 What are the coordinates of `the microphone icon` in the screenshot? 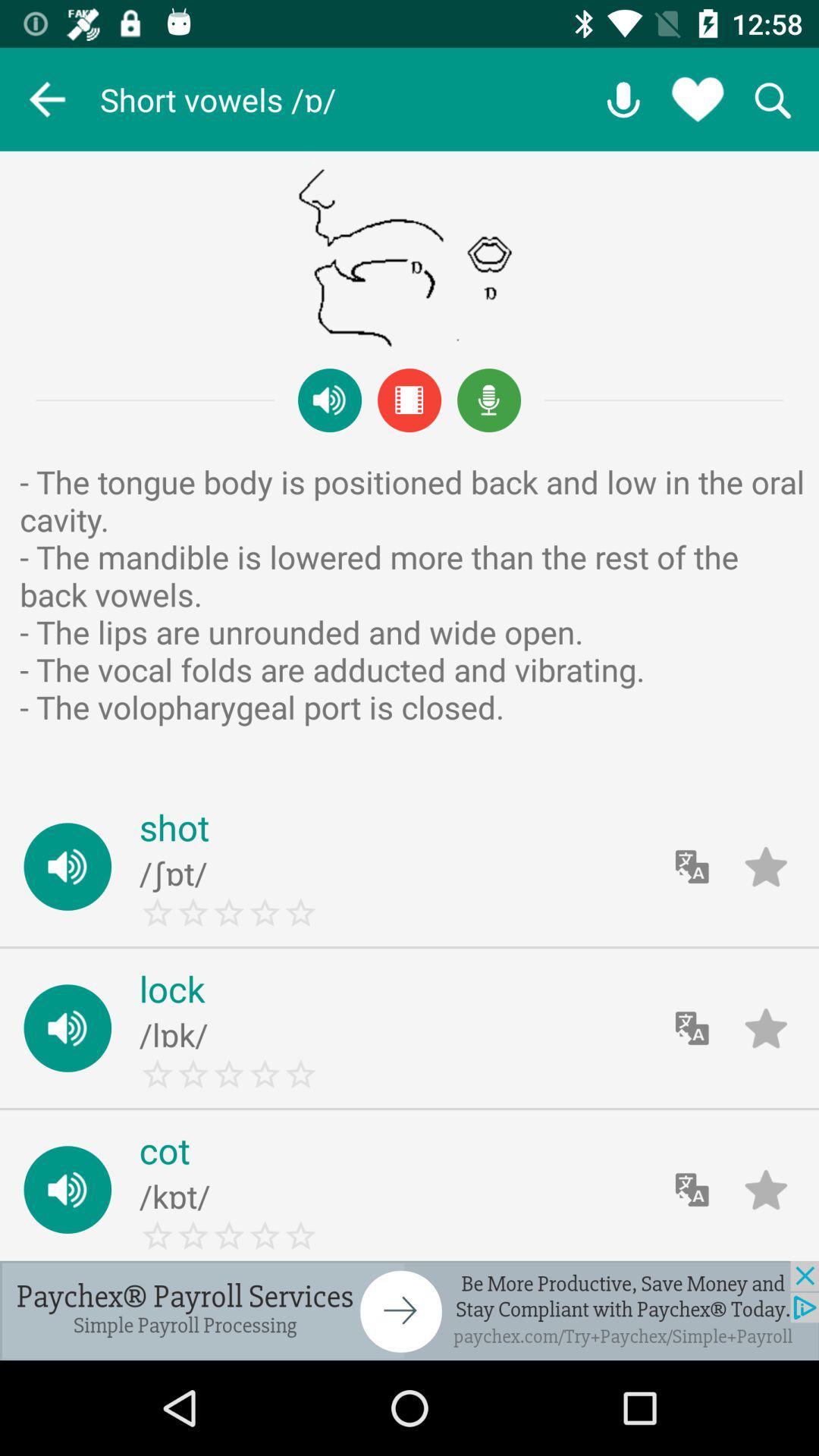 It's located at (488, 400).